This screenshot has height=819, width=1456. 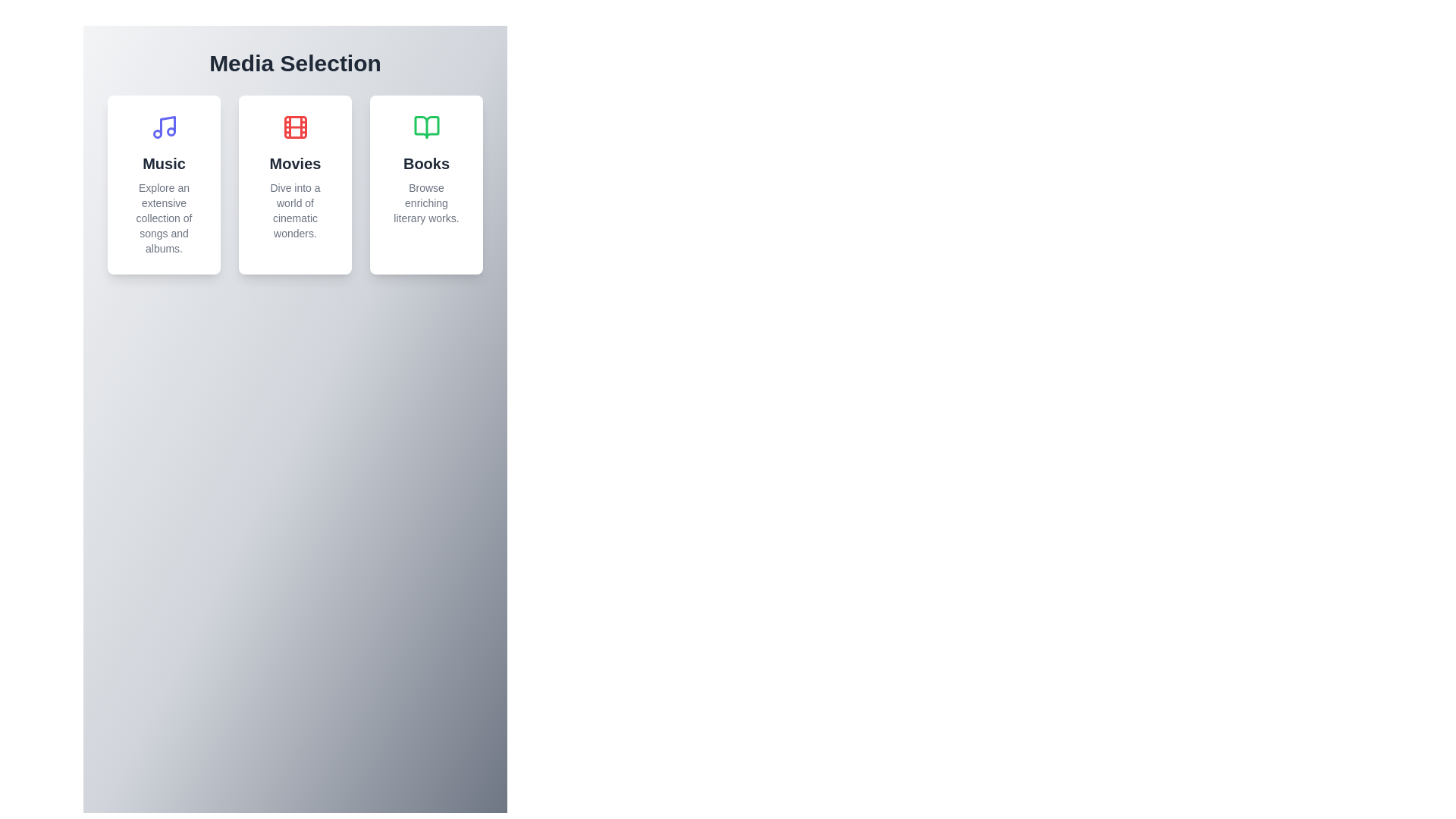 What do you see at coordinates (425, 184) in the screenshot?
I see `the rightmost card in the series of three cards` at bounding box center [425, 184].